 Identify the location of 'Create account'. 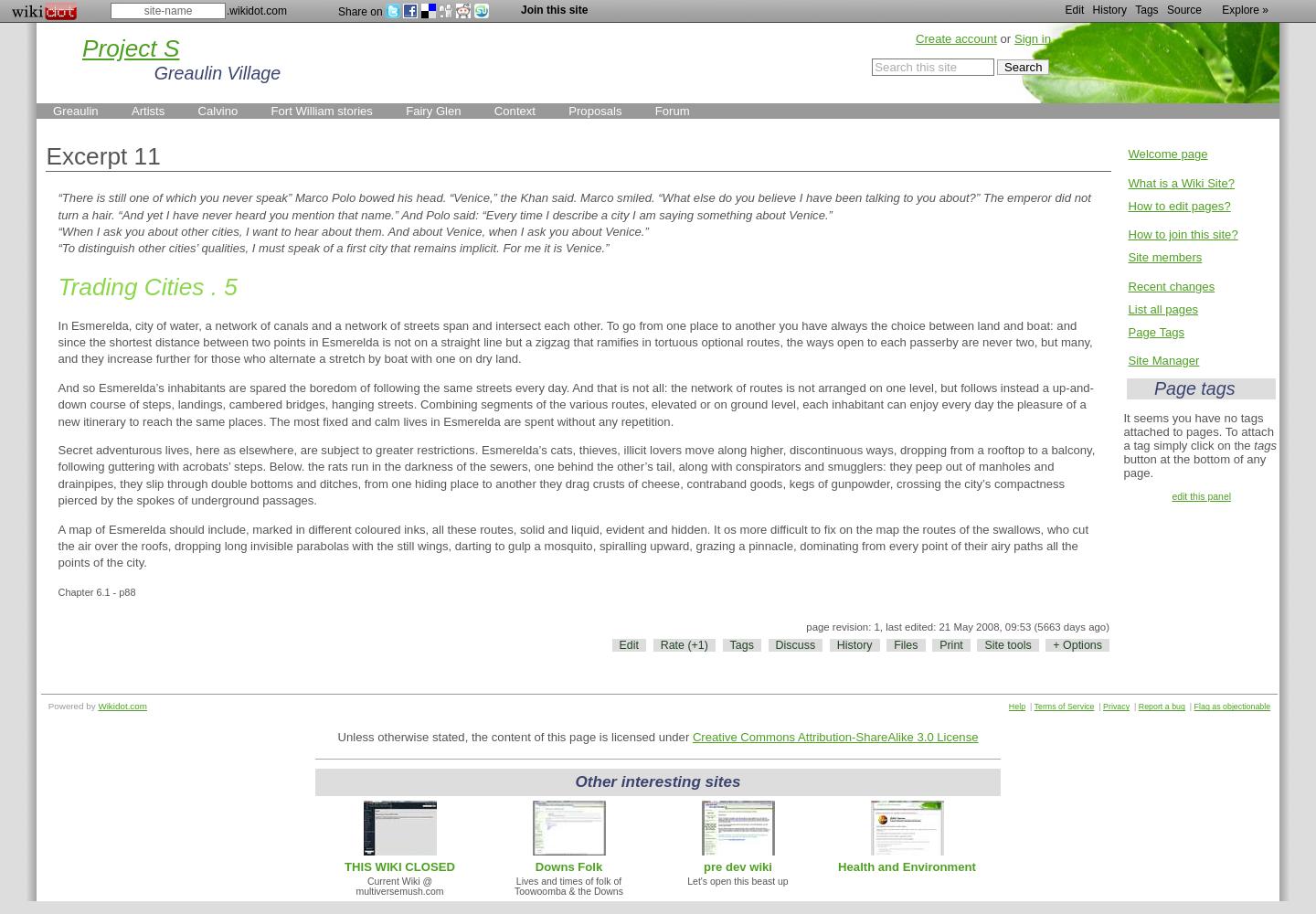
(956, 38).